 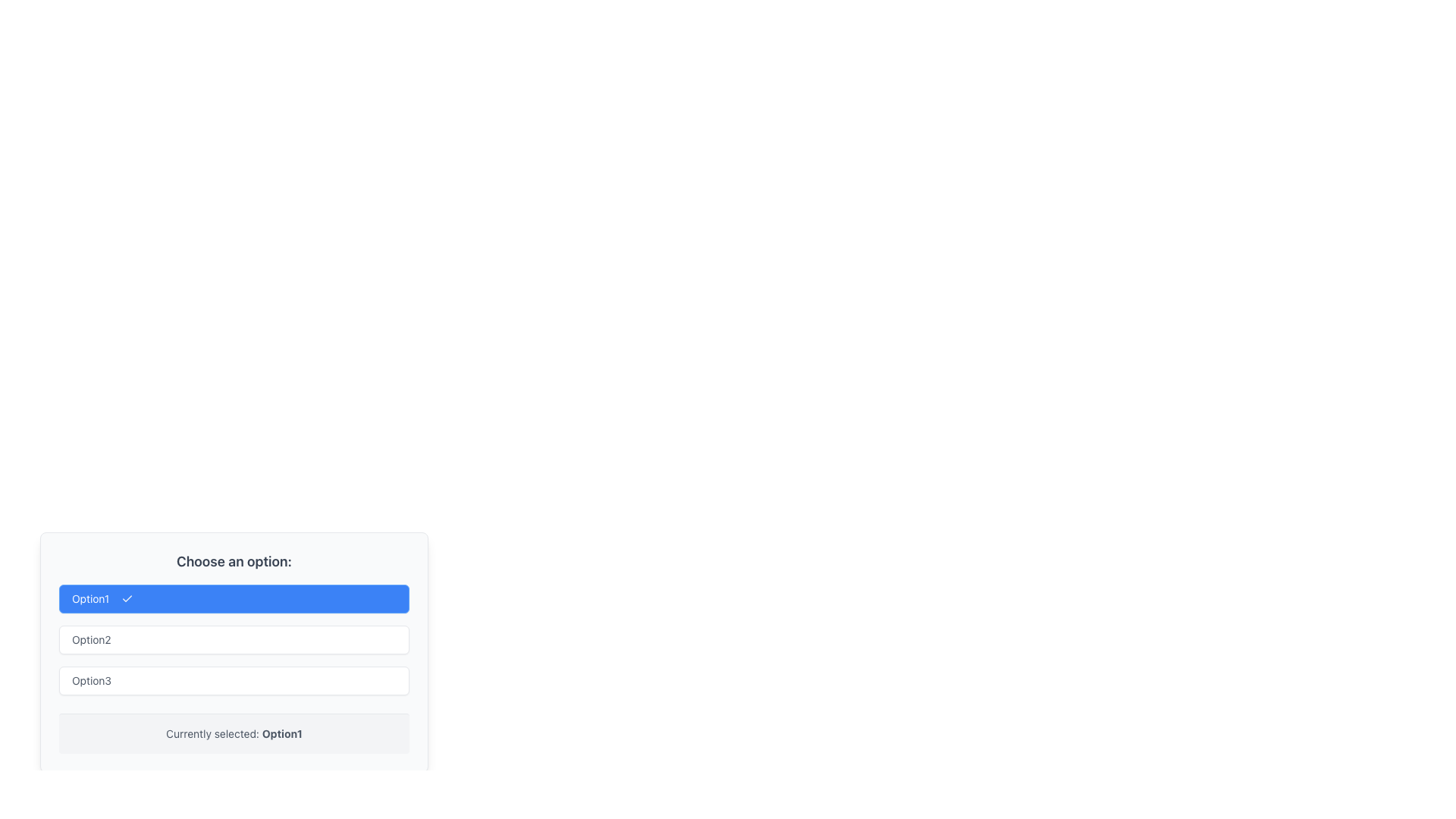 I want to click on the text label displaying 'Option2', so click(x=90, y=640).